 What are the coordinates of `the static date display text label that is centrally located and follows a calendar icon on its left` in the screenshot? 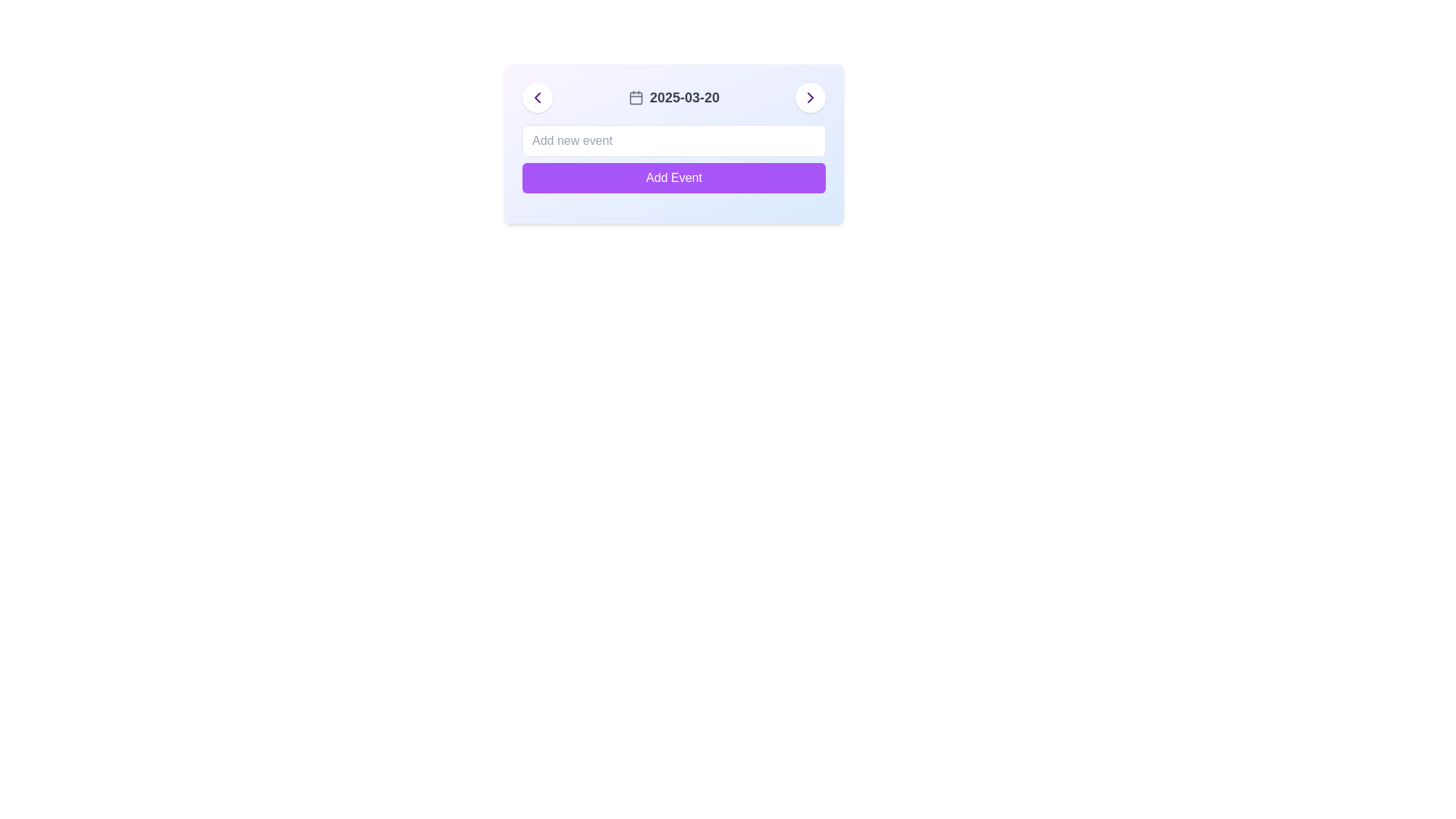 It's located at (683, 97).